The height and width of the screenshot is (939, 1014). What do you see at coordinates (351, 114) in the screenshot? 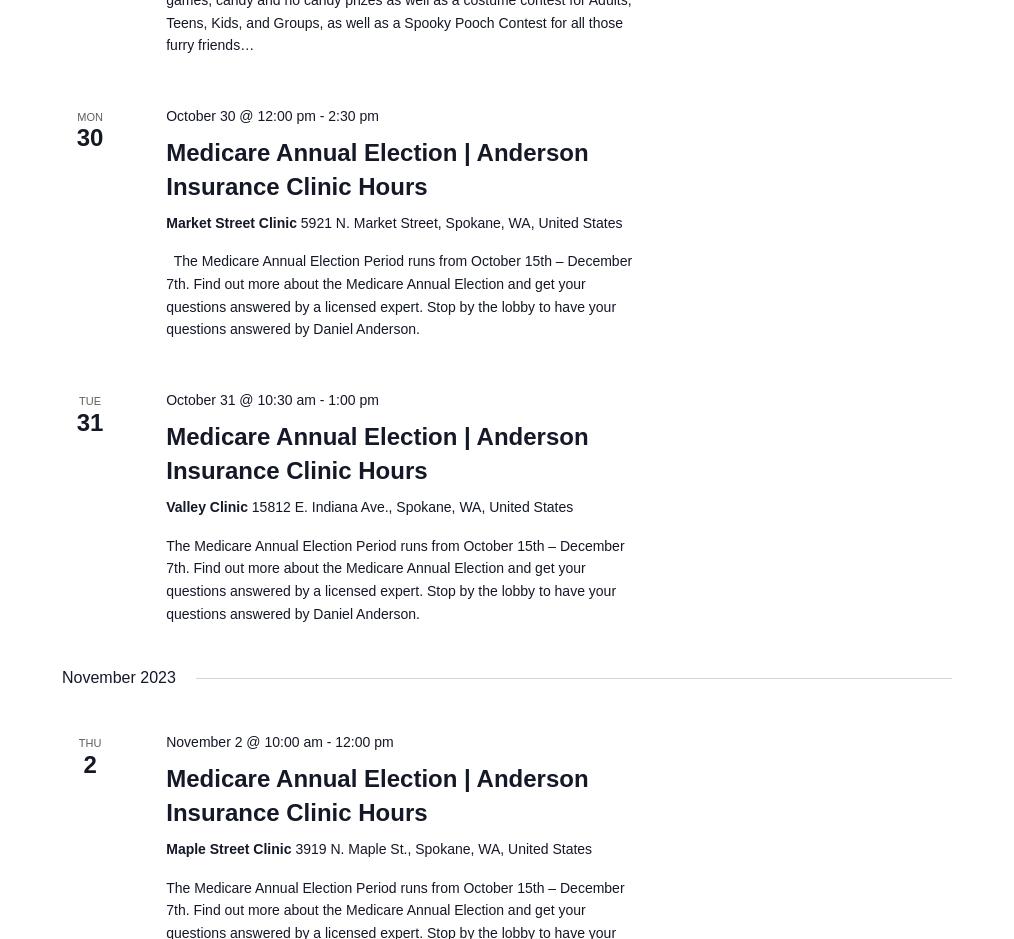
I see `'2:30 pm'` at bounding box center [351, 114].